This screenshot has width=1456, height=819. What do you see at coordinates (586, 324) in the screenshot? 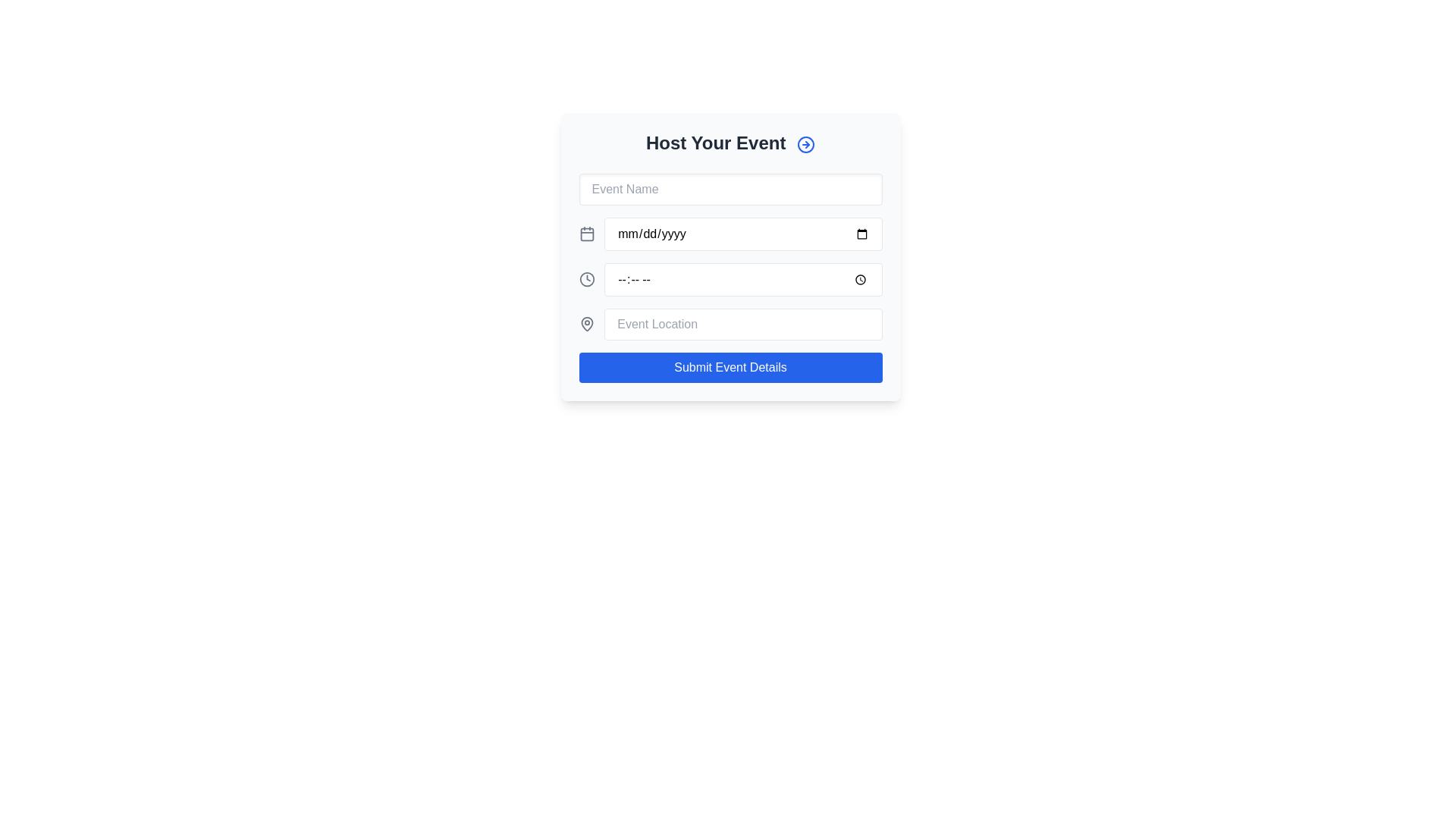
I see `the map location pin icon located to the left of the 'Event Location' input field in the third field of the form interface` at bounding box center [586, 324].